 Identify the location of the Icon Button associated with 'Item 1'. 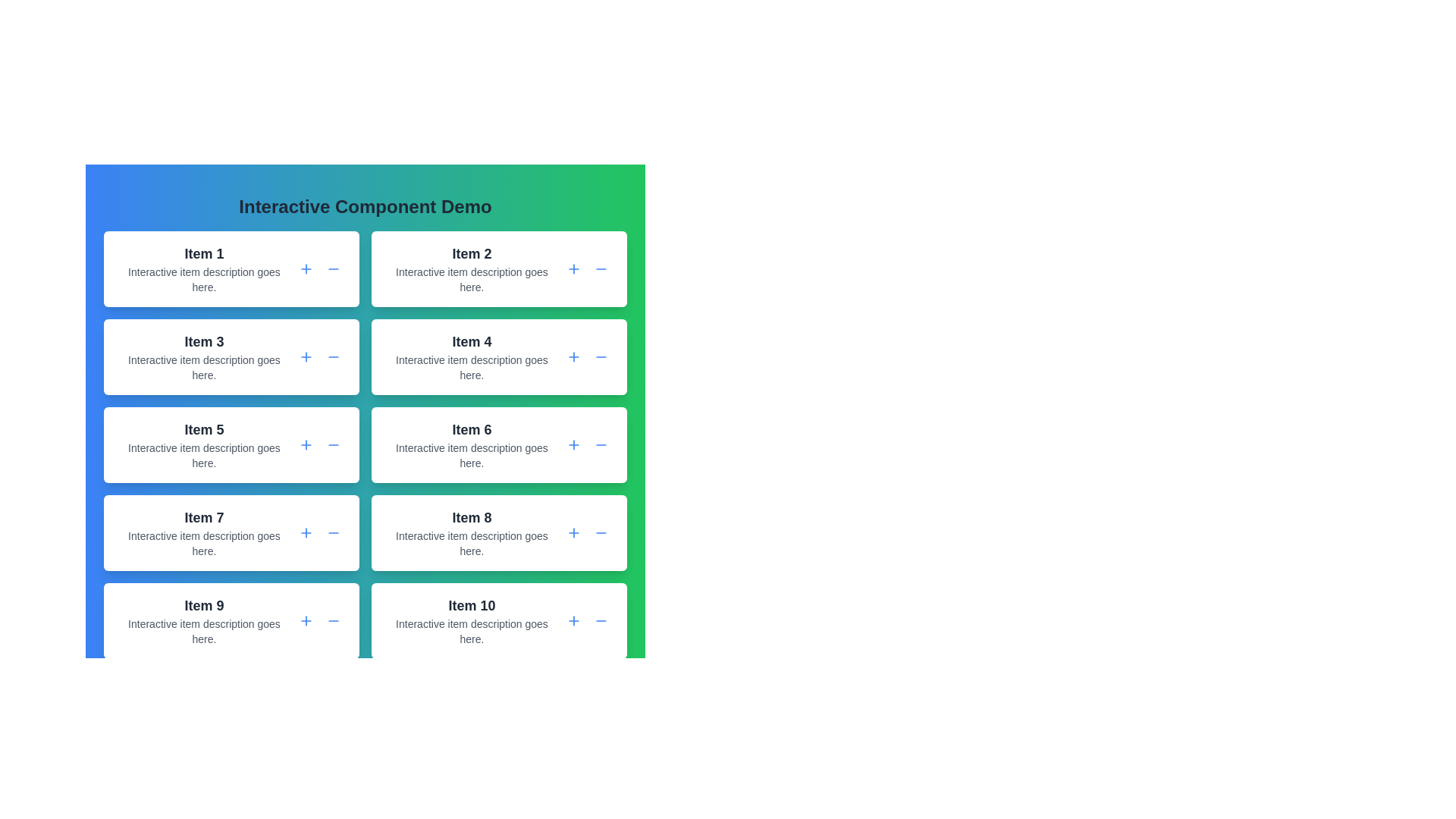
(305, 268).